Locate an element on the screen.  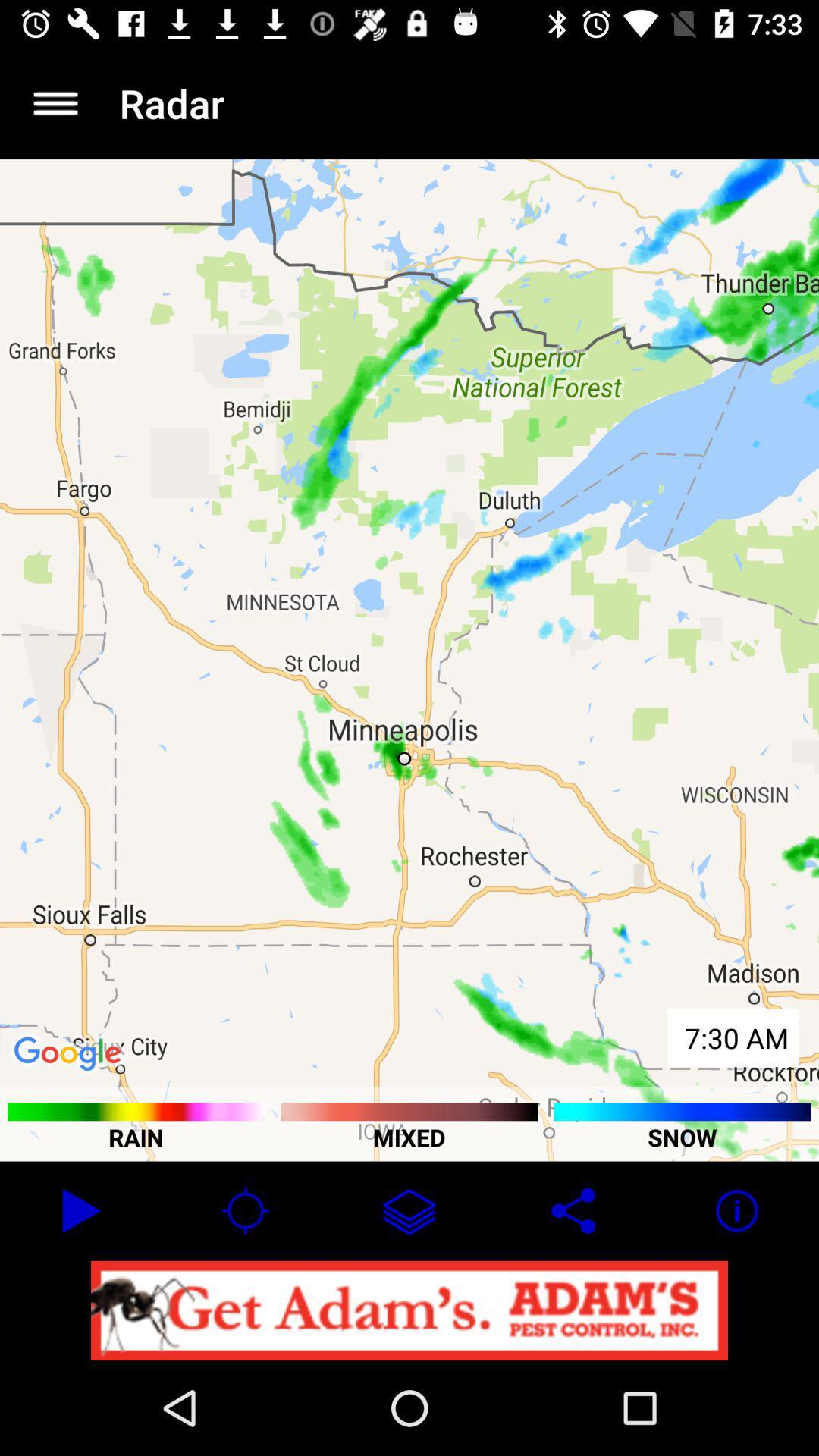
the menu icon is located at coordinates (55, 102).